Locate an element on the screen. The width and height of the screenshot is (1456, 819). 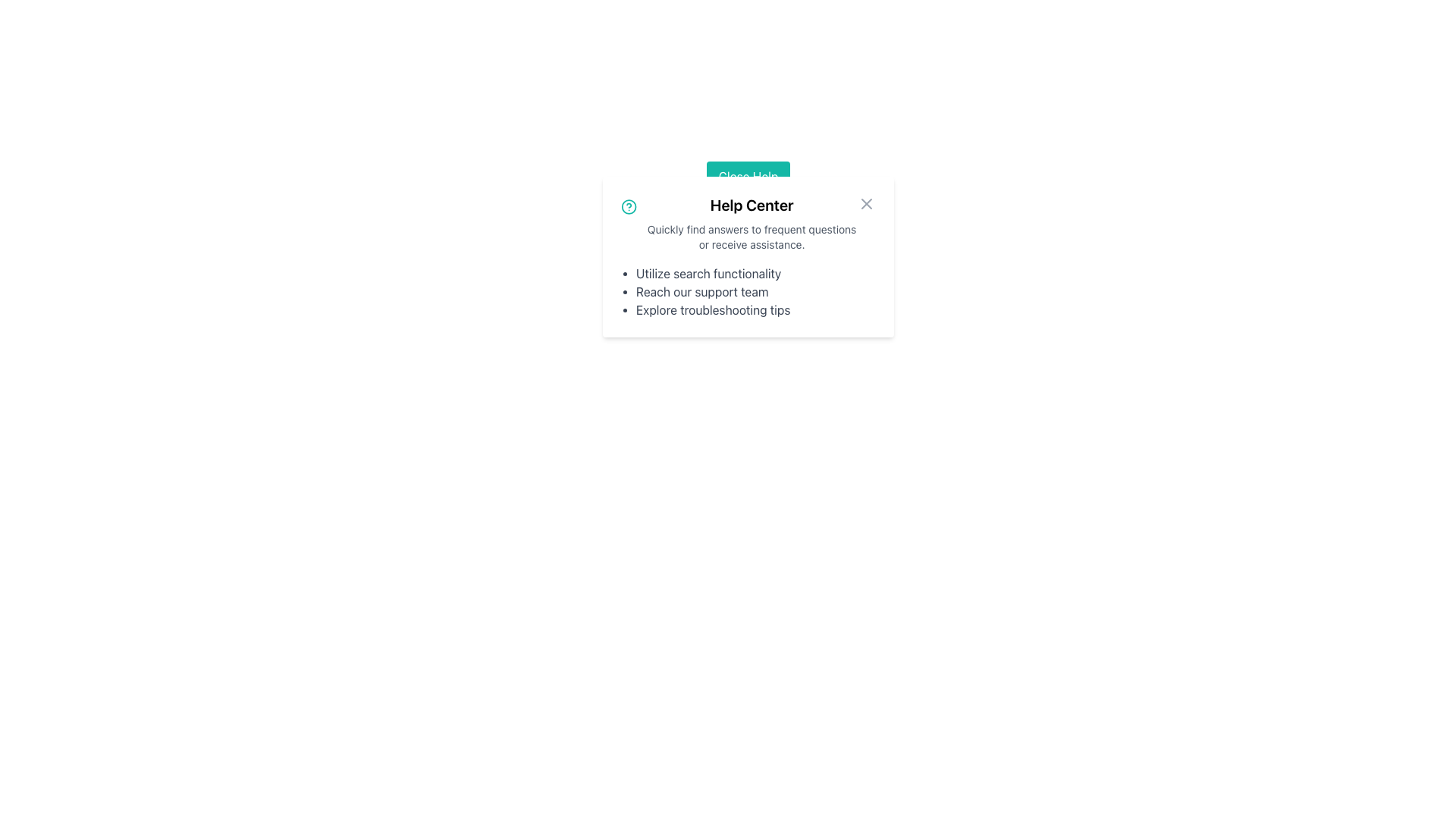
the text label that reads 'Utilize search functionality', which is the first item in a bulleted list within the 'Help Center' interface is located at coordinates (756, 274).